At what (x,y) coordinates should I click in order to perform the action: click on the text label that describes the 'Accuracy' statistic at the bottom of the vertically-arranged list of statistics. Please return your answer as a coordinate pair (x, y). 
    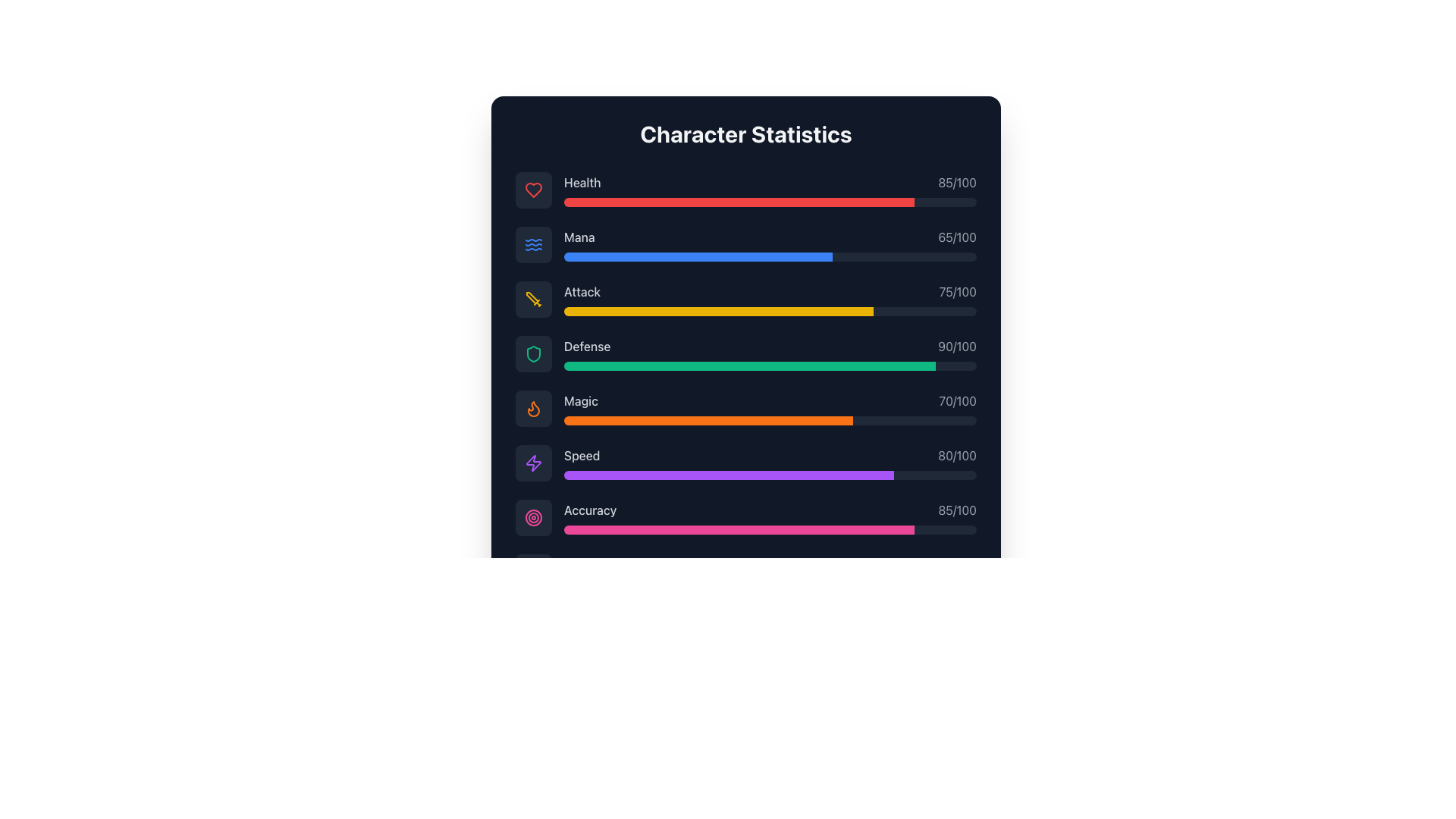
    Looking at the image, I should click on (589, 510).